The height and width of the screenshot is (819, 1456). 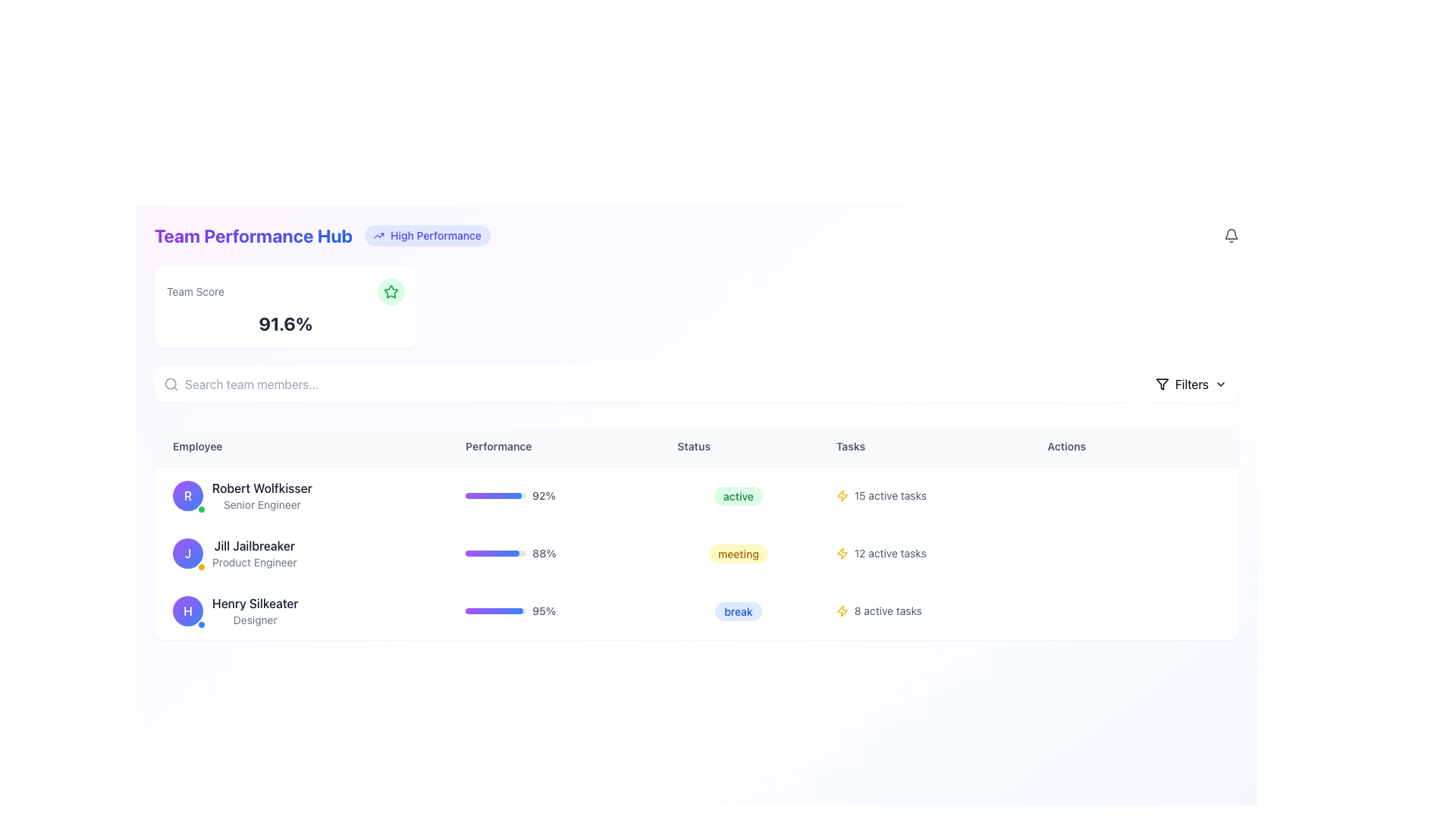 I want to click on the Text label displaying '88%' that is located in the 'Performance' column of the table row for 'Jill Jailbreaker', so click(x=544, y=553).